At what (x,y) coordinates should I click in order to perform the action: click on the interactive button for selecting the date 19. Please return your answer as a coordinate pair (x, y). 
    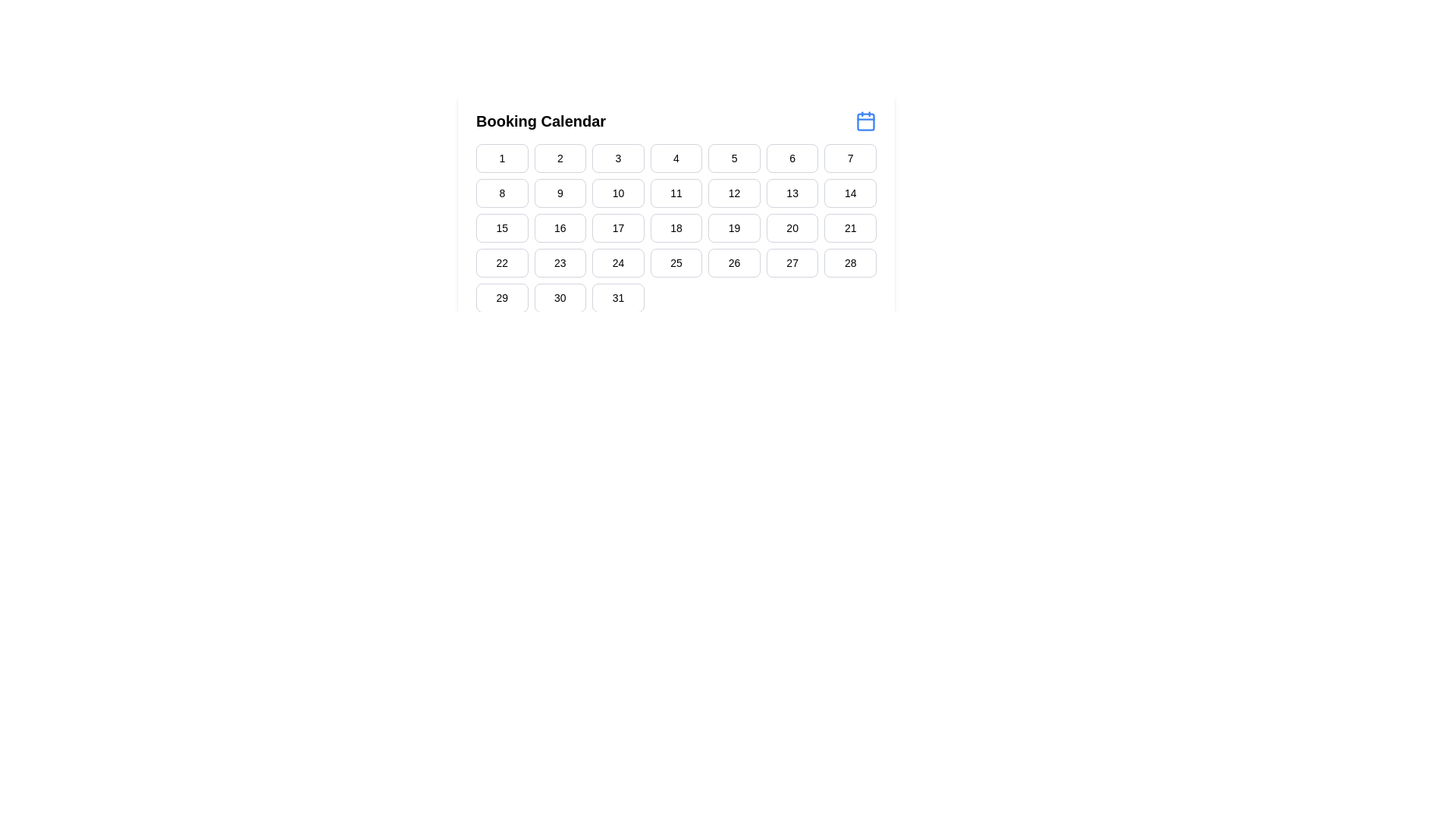
    Looking at the image, I should click on (734, 227).